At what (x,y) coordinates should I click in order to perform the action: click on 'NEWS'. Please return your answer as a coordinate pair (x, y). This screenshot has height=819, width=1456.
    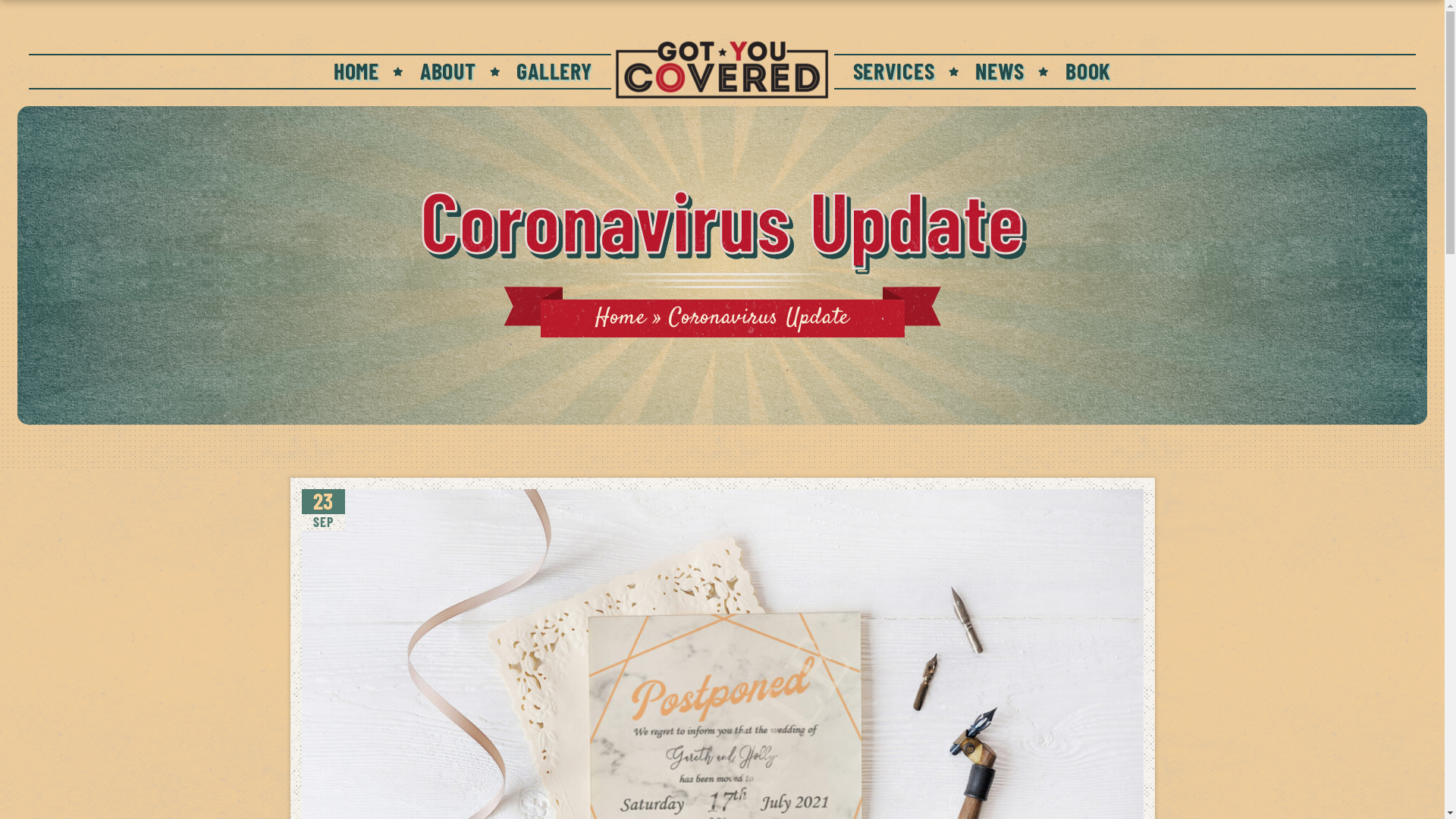
    Looking at the image, I should click on (999, 70).